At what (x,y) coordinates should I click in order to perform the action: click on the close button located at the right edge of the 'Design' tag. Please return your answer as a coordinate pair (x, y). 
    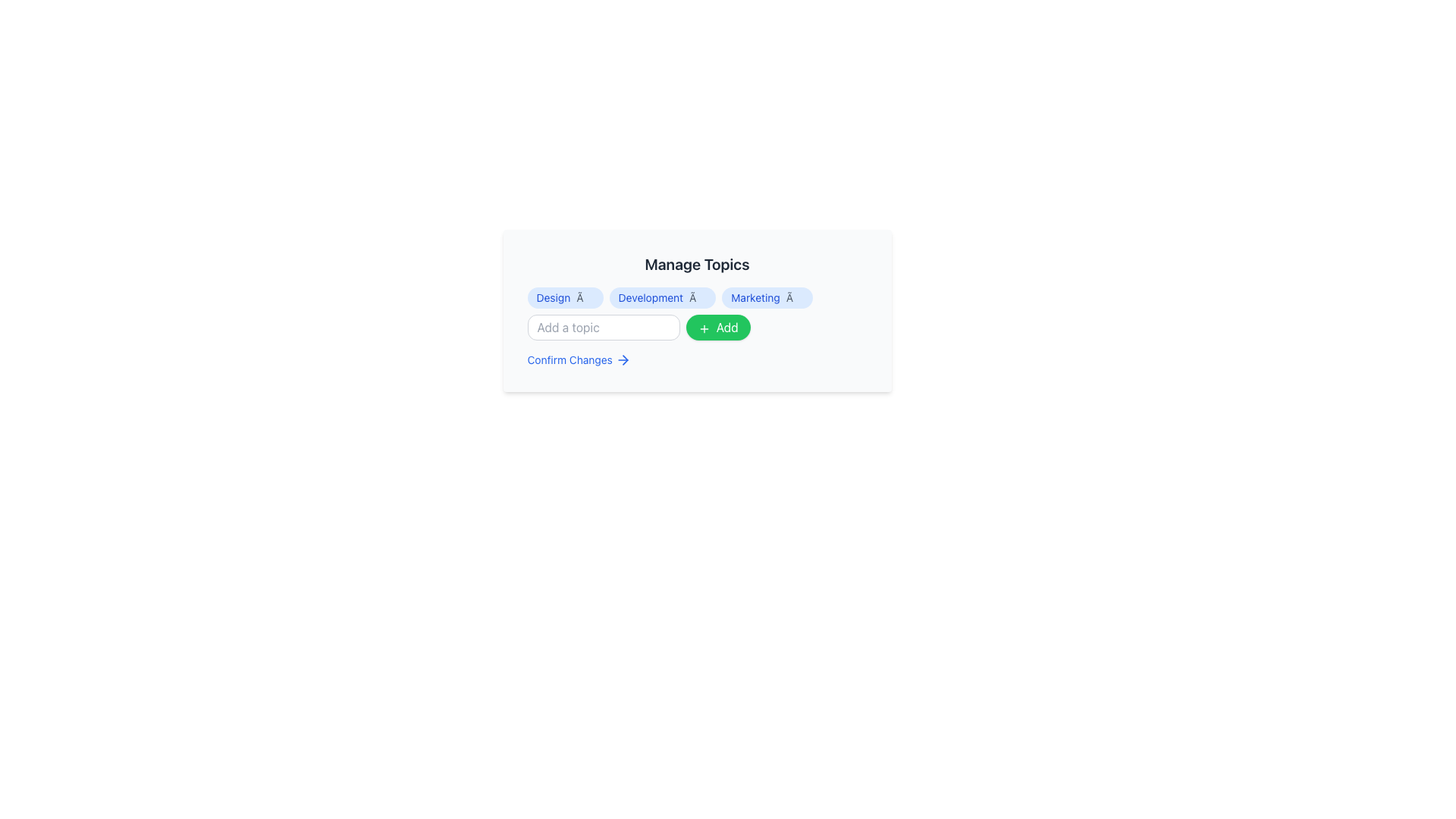
    Looking at the image, I should click on (584, 298).